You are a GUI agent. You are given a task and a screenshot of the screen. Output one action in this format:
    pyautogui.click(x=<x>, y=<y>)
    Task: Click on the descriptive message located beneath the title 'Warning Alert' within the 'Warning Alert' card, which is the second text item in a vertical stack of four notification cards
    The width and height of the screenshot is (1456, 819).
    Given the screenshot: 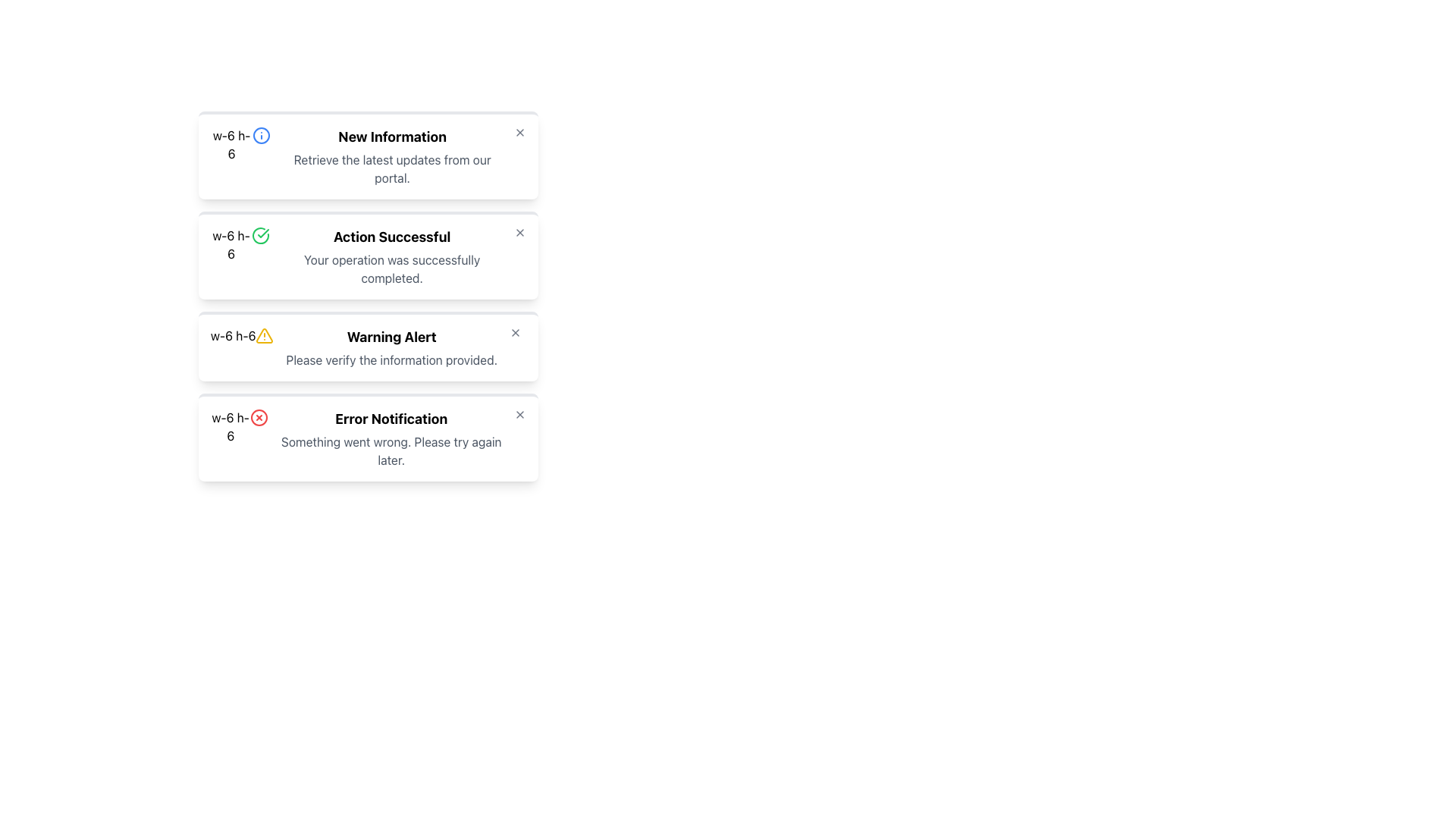 What is the action you would take?
    pyautogui.click(x=391, y=359)
    